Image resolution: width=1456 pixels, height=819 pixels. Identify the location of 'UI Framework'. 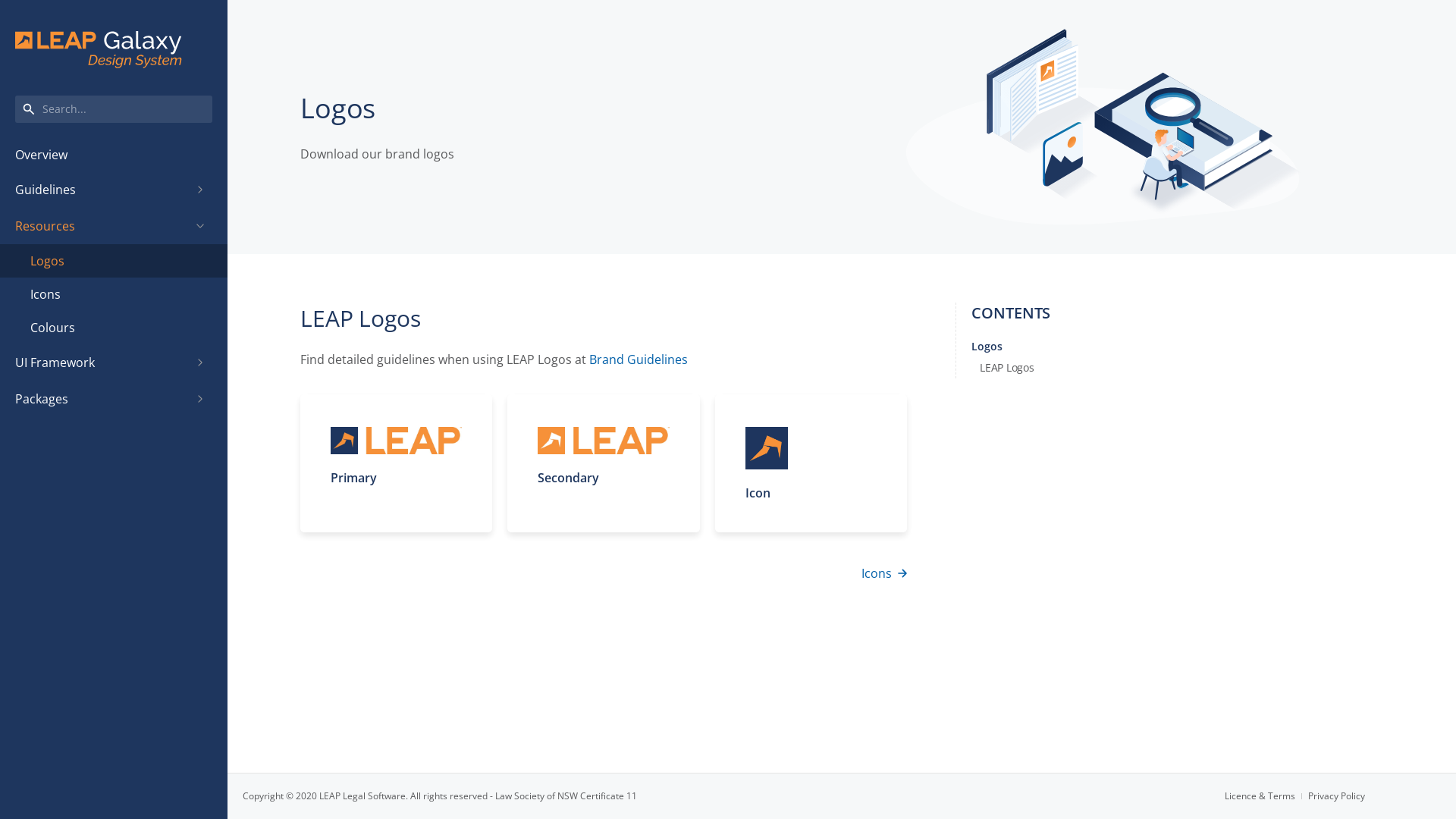
(101, 362).